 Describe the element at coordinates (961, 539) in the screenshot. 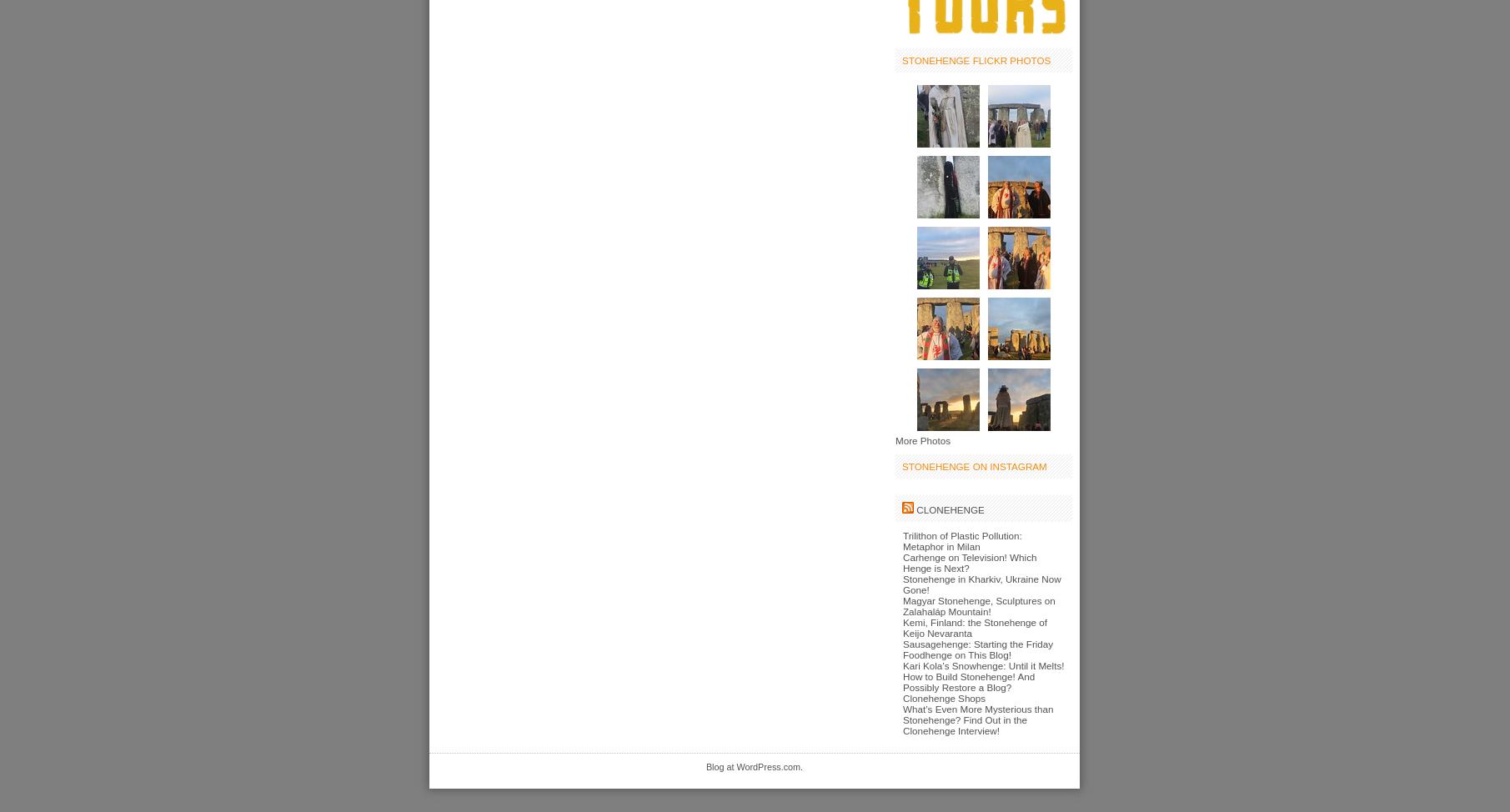

I see `'Trilithon of Plastic Pollution: Metaphor in Milan'` at that location.